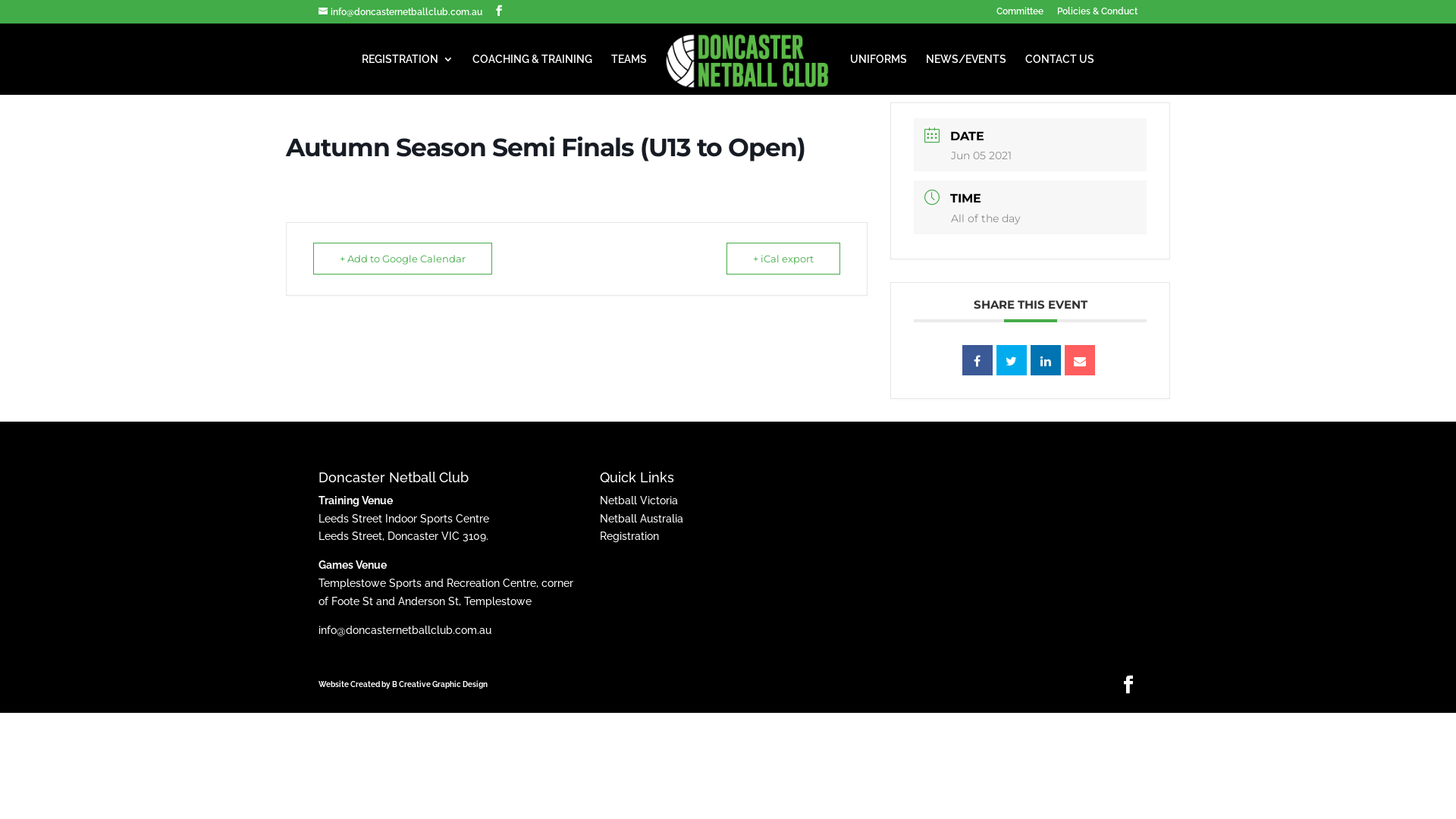  What do you see at coordinates (407, 74) in the screenshot?
I see `'REGISTRATION'` at bounding box center [407, 74].